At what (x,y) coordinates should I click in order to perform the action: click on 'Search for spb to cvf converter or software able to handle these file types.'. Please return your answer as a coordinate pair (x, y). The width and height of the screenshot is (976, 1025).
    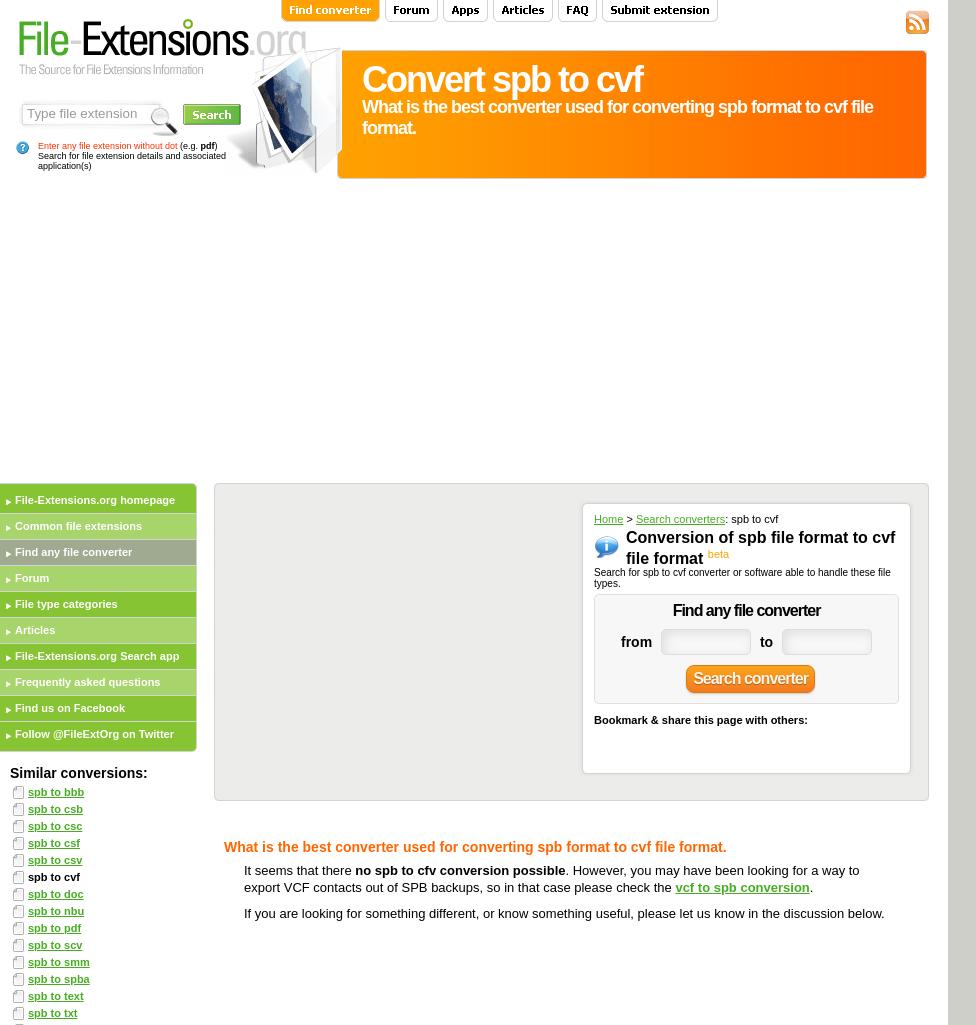
    Looking at the image, I should click on (741, 577).